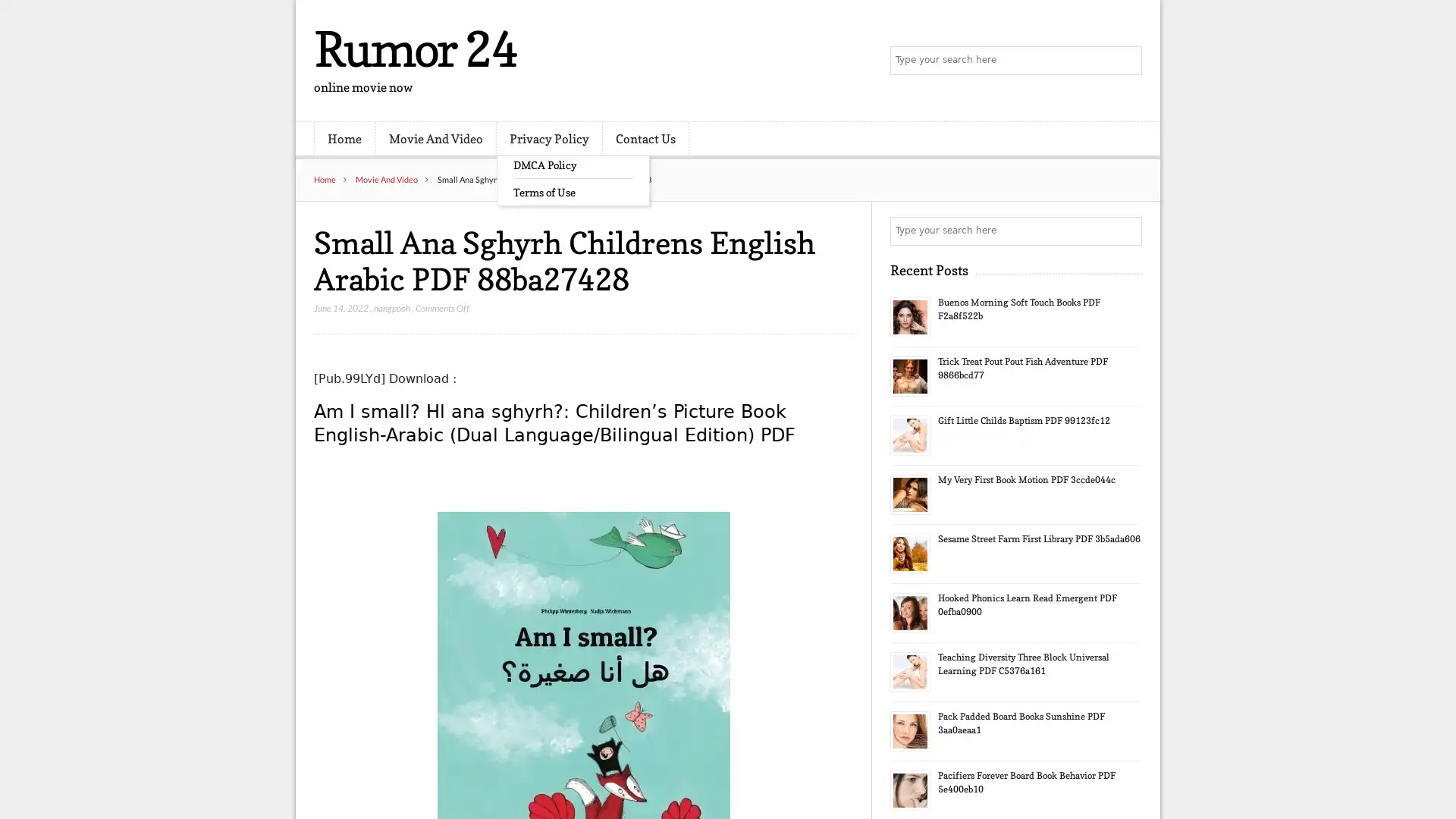 This screenshot has height=819, width=1456. What do you see at coordinates (1126, 61) in the screenshot?
I see `Search` at bounding box center [1126, 61].